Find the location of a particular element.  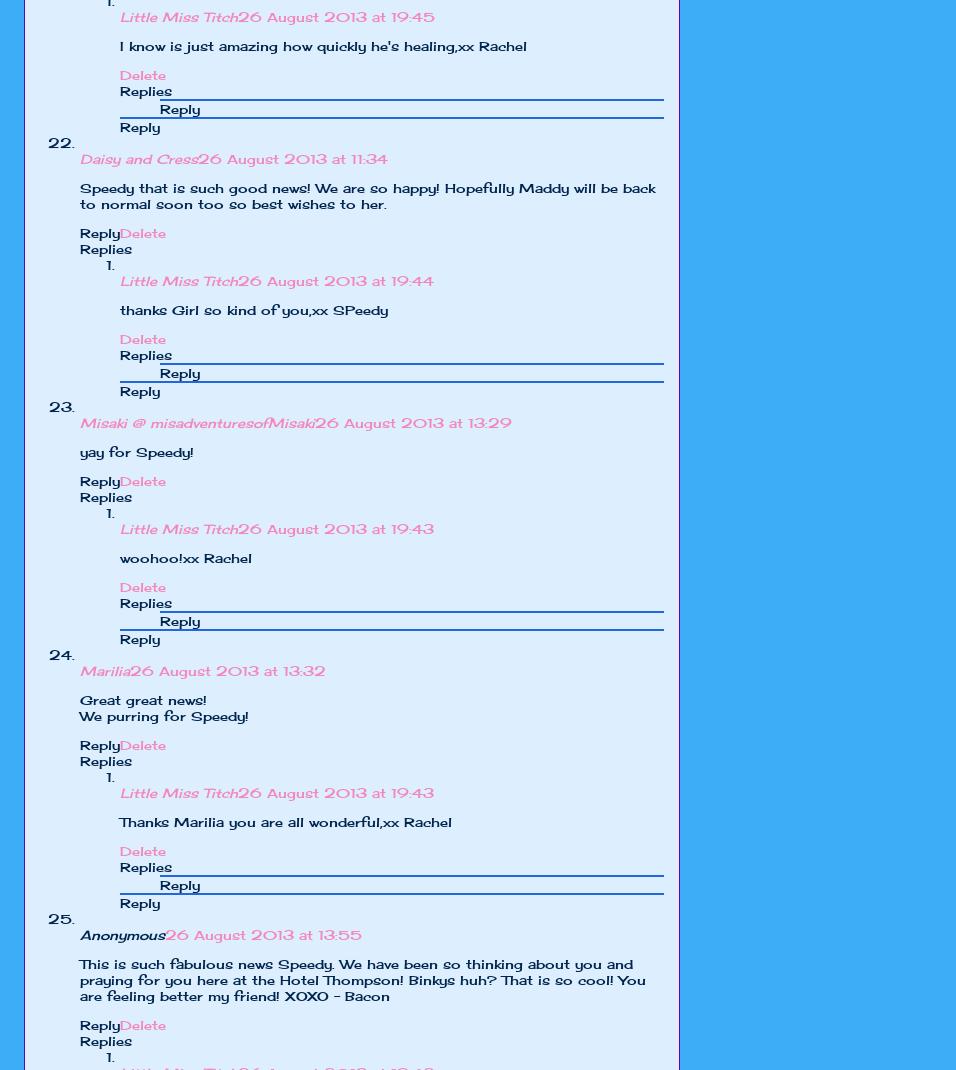

'26 August 2013 at 13:32' is located at coordinates (228, 670).